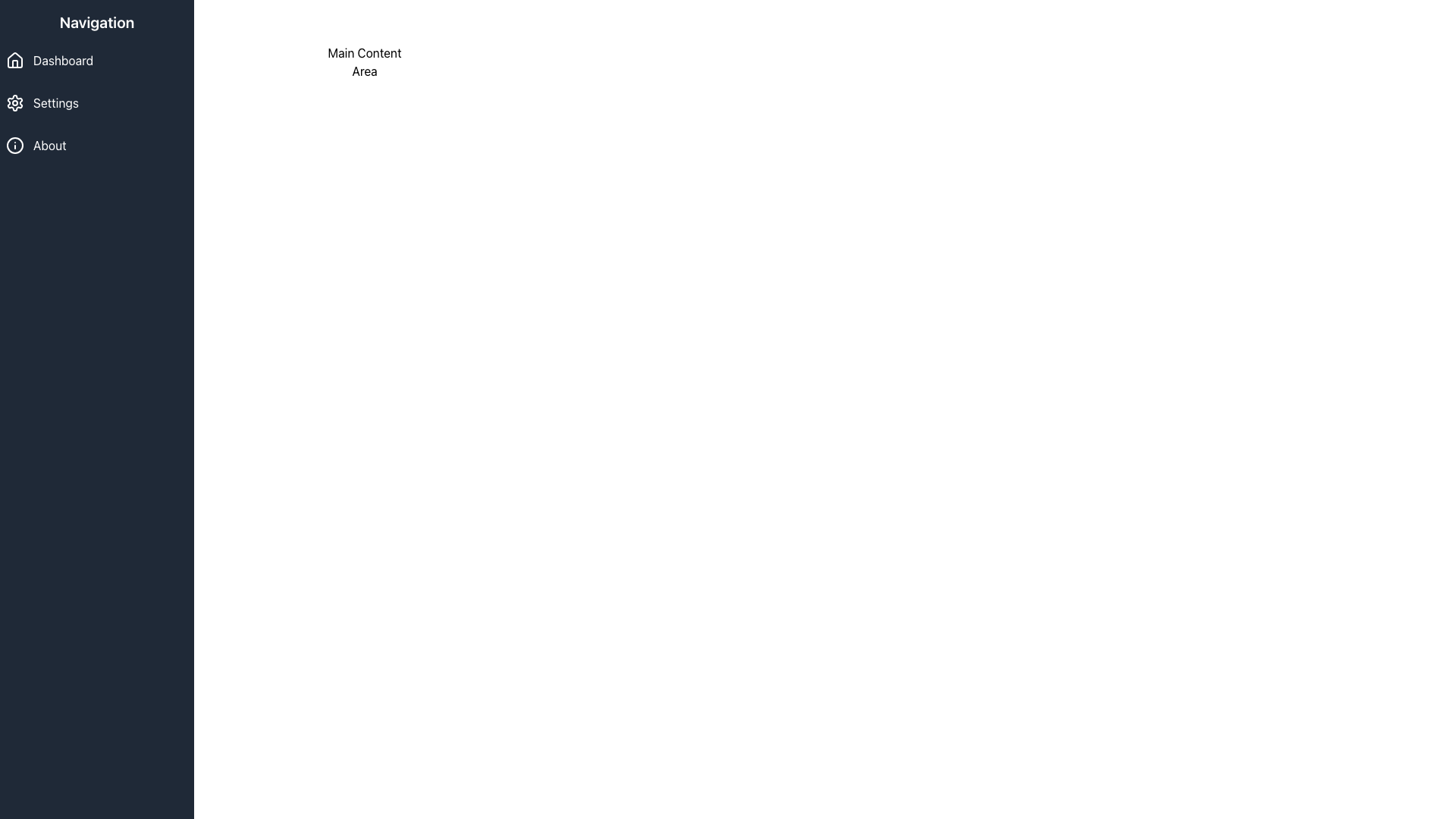  I want to click on the 'About' text label element in the navigation menu, so click(49, 146).